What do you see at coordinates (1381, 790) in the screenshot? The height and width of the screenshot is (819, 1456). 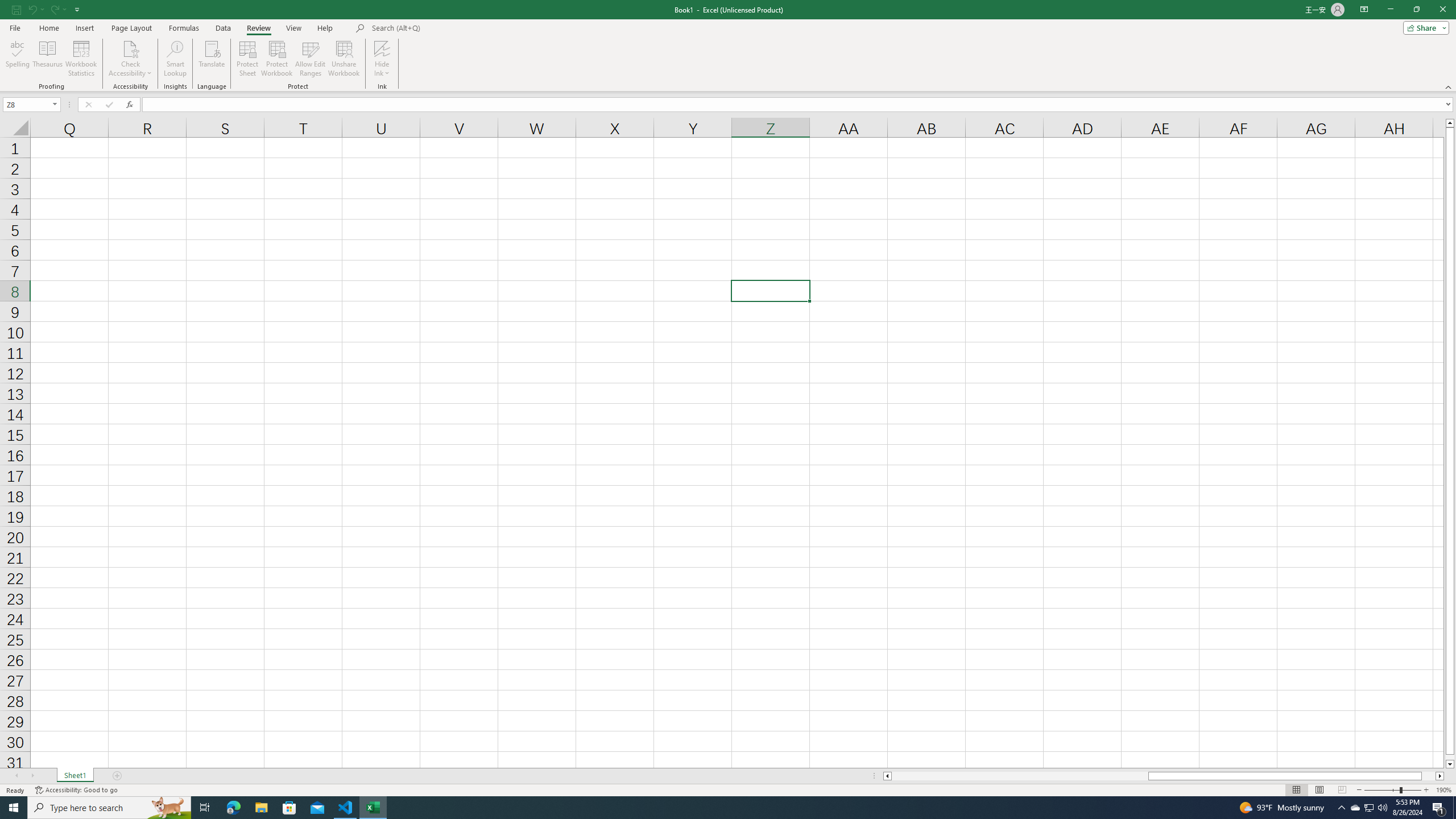 I see `'Zoom Out'` at bounding box center [1381, 790].